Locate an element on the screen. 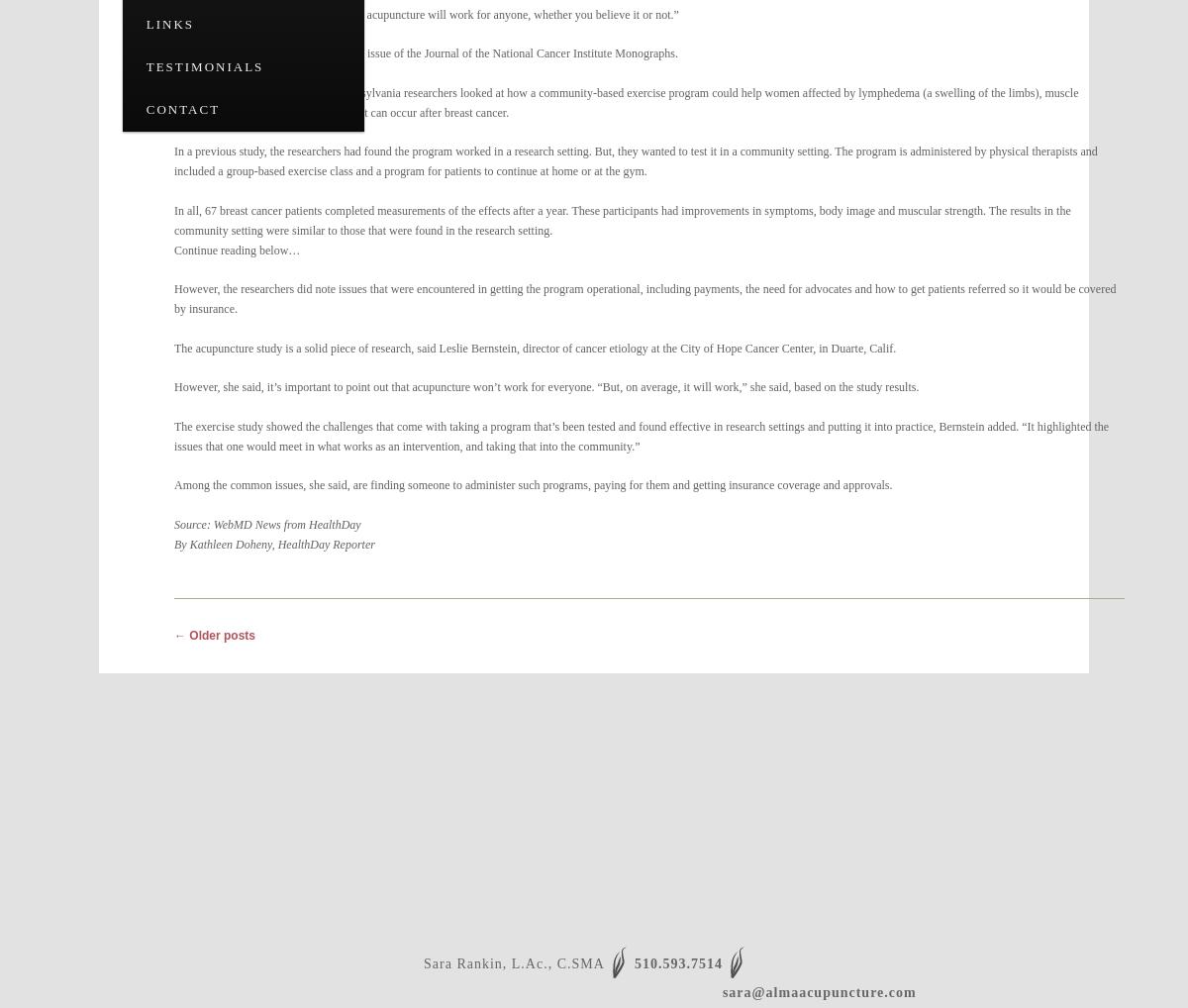 Image resolution: width=1188 pixels, height=1008 pixels. 'In a previous study, the researchers had found the program worked in a research setting. But, they wanted to test it in a community setting. The program is administered by physical therapists and included a group-based exercise class and a program for patients to continue at home or at the gym.' is located at coordinates (636, 160).